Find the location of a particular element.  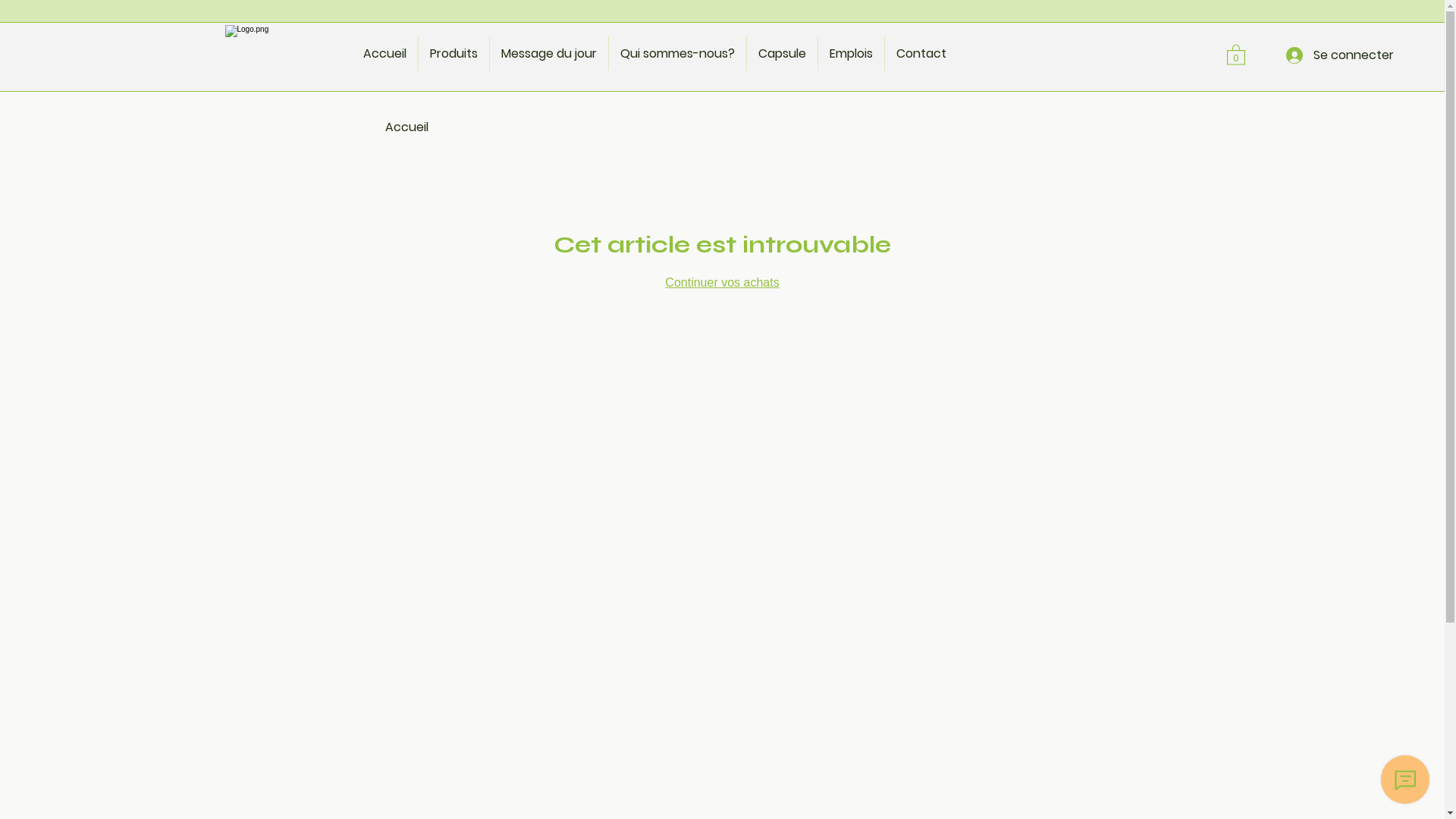

'Se connecter' is located at coordinates (1339, 55).